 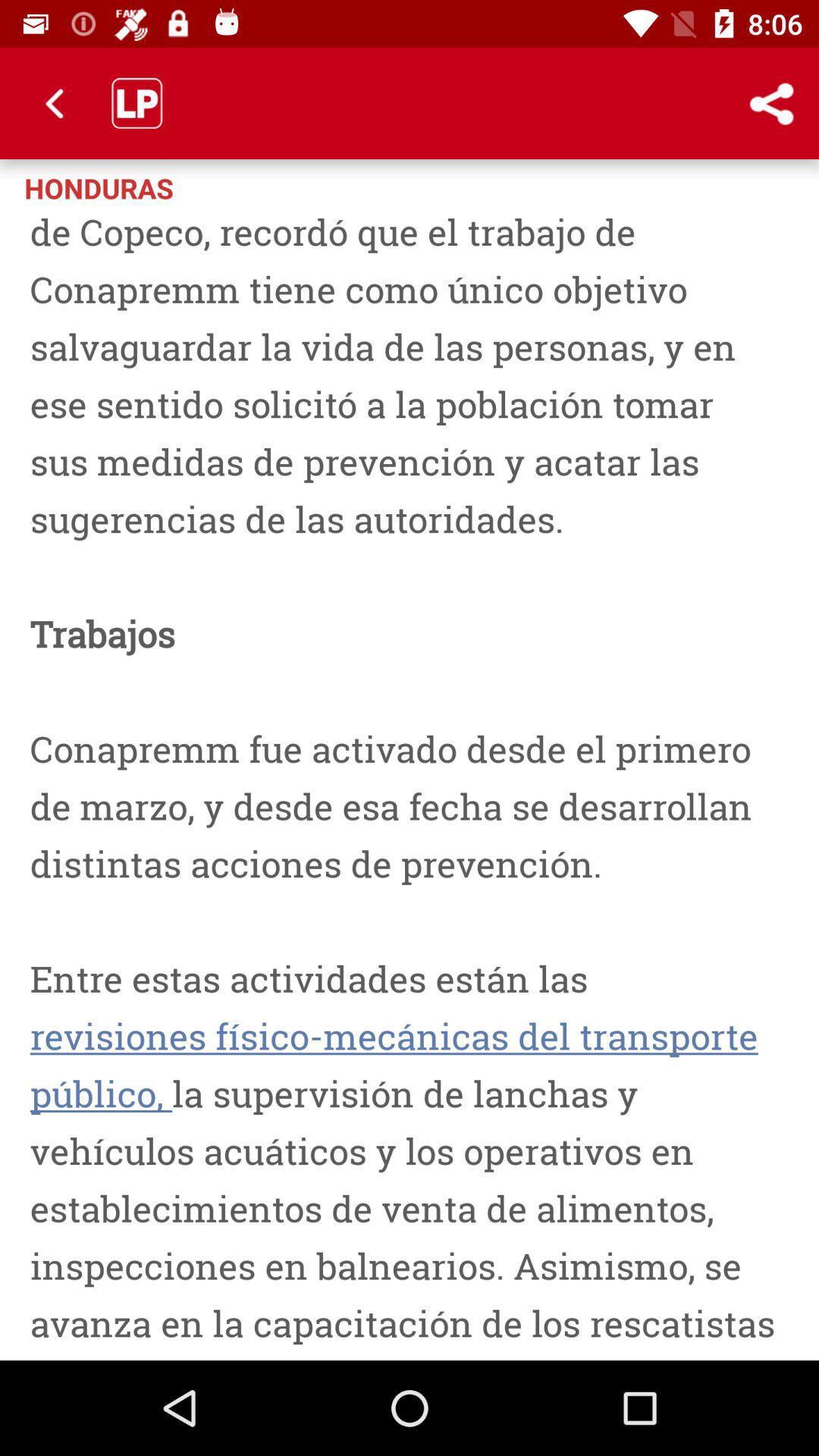 I want to click on item below honduras item, so click(x=409, y=783).